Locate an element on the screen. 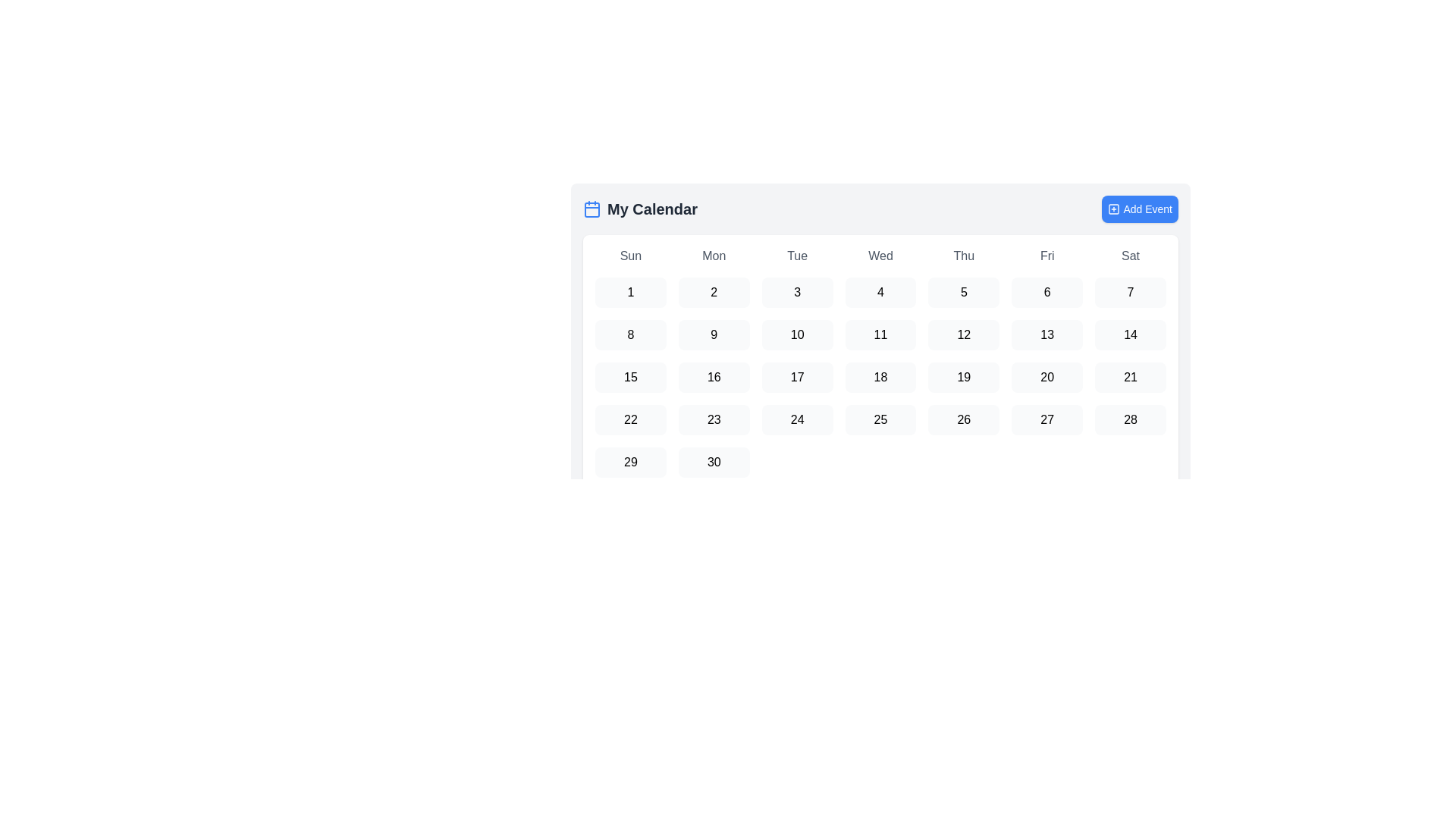 This screenshot has width=1456, height=819. the text label '30' located in the second column of the bottom row of the calendar grid cell, which has a light gray background and black text is located at coordinates (713, 461).